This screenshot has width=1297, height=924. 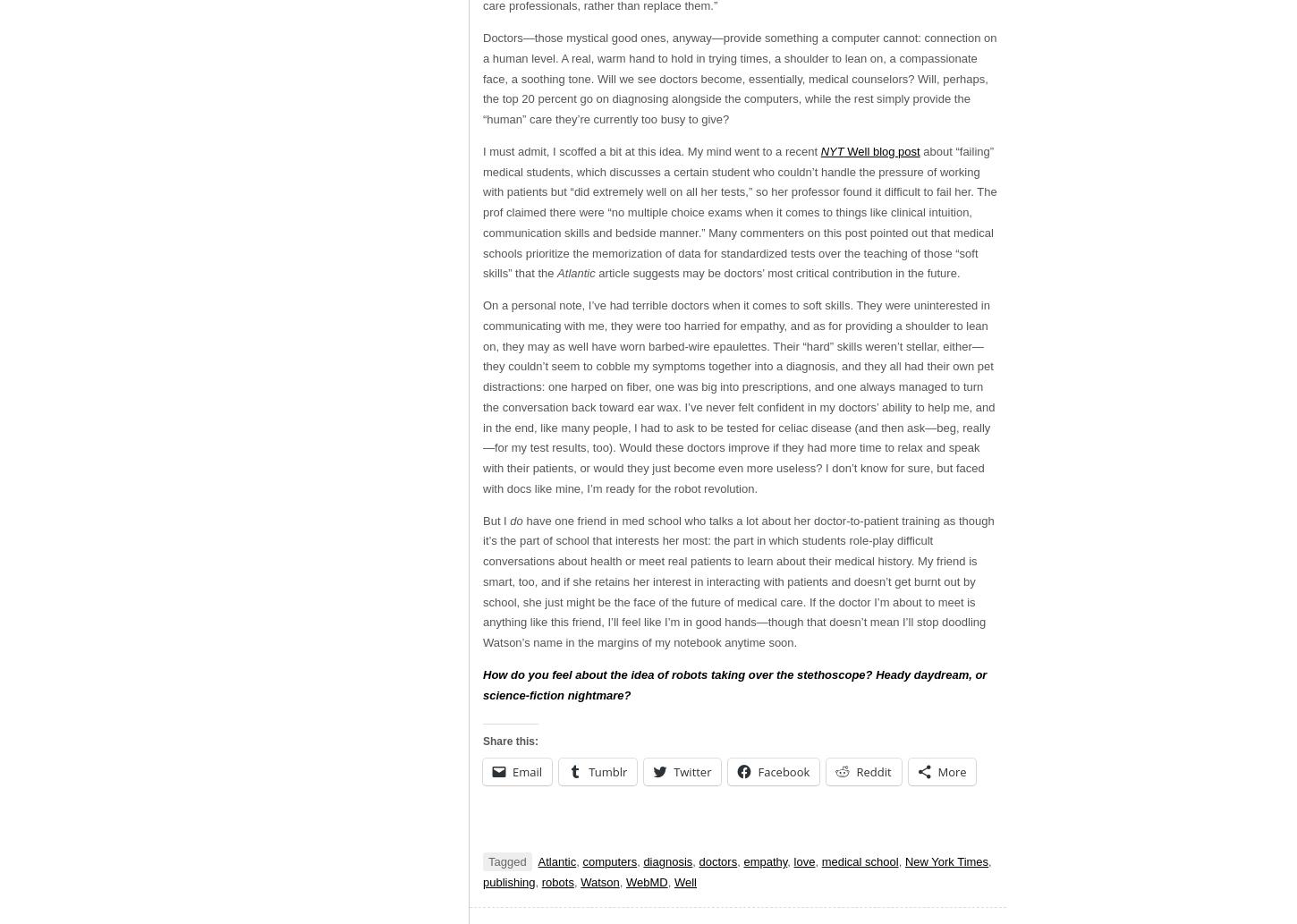 What do you see at coordinates (540, 880) in the screenshot?
I see `'robots'` at bounding box center [540, 880].